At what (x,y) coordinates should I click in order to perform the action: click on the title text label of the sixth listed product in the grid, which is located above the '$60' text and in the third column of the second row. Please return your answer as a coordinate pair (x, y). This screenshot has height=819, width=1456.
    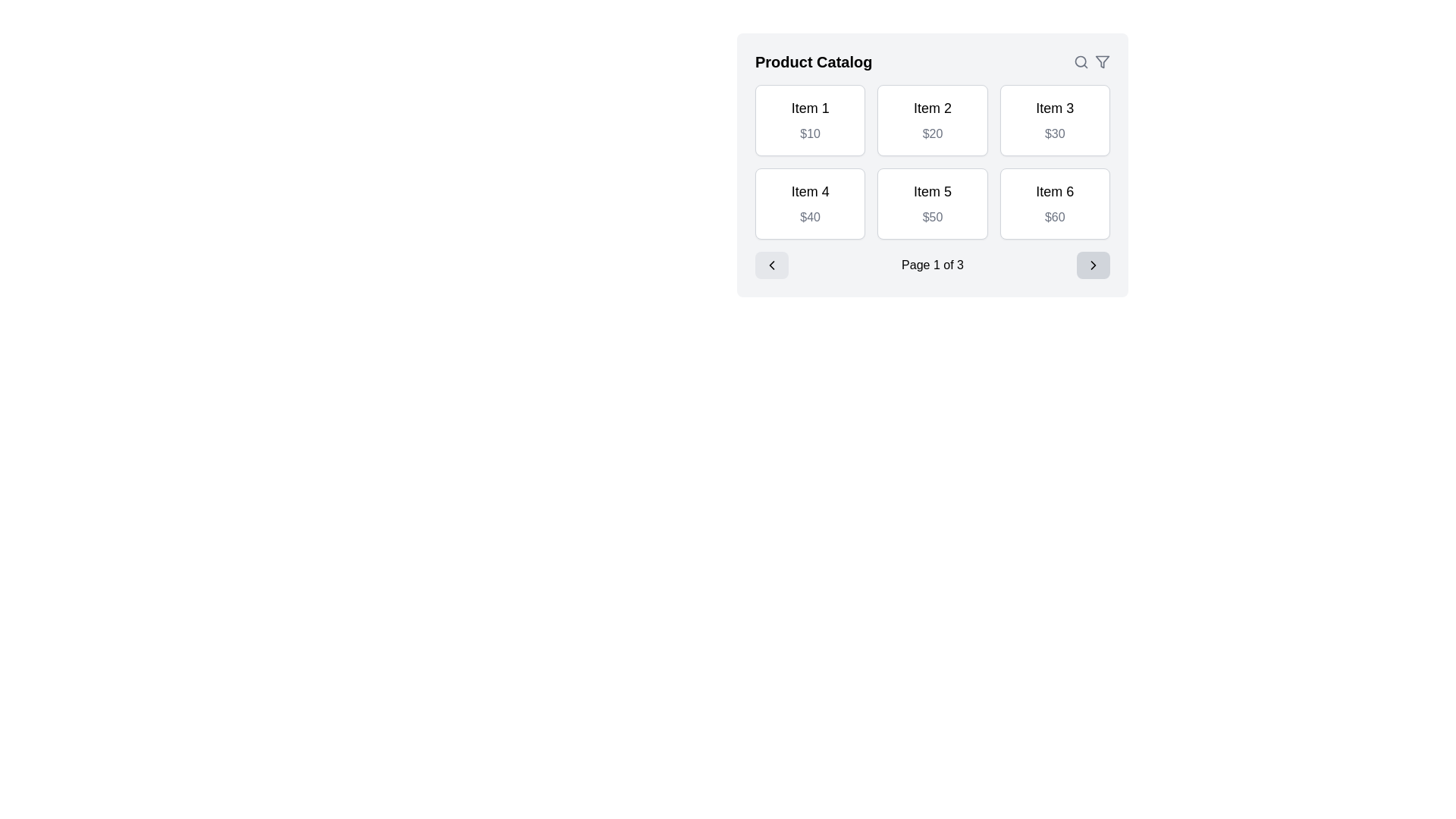
    Looking at the image, I should click on (1054, 191).